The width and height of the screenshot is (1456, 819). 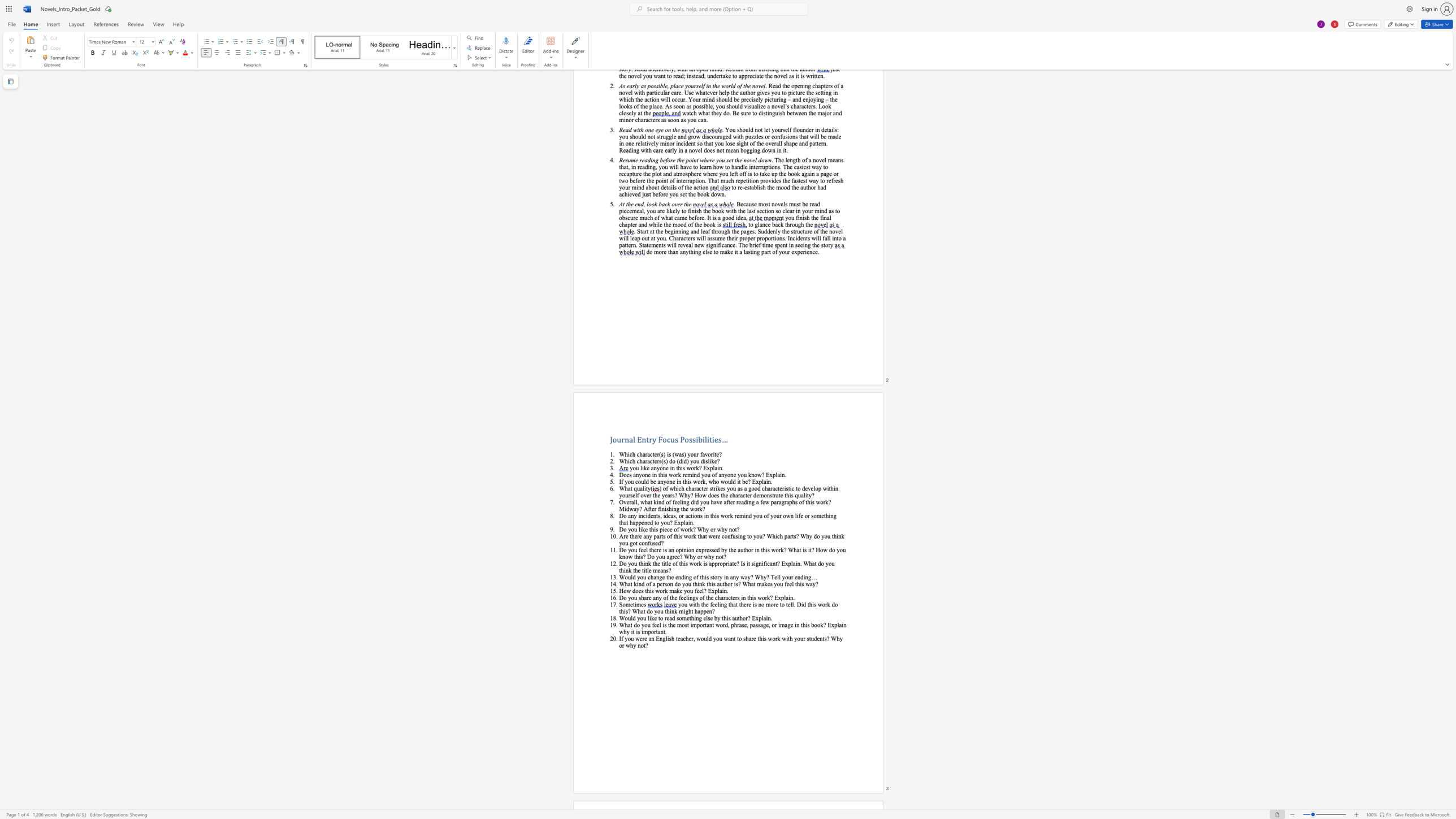 I want to click on the subset text "al Ent" within the text "Journal Entry Focus Possibilities…", so click(x=629, y=439).